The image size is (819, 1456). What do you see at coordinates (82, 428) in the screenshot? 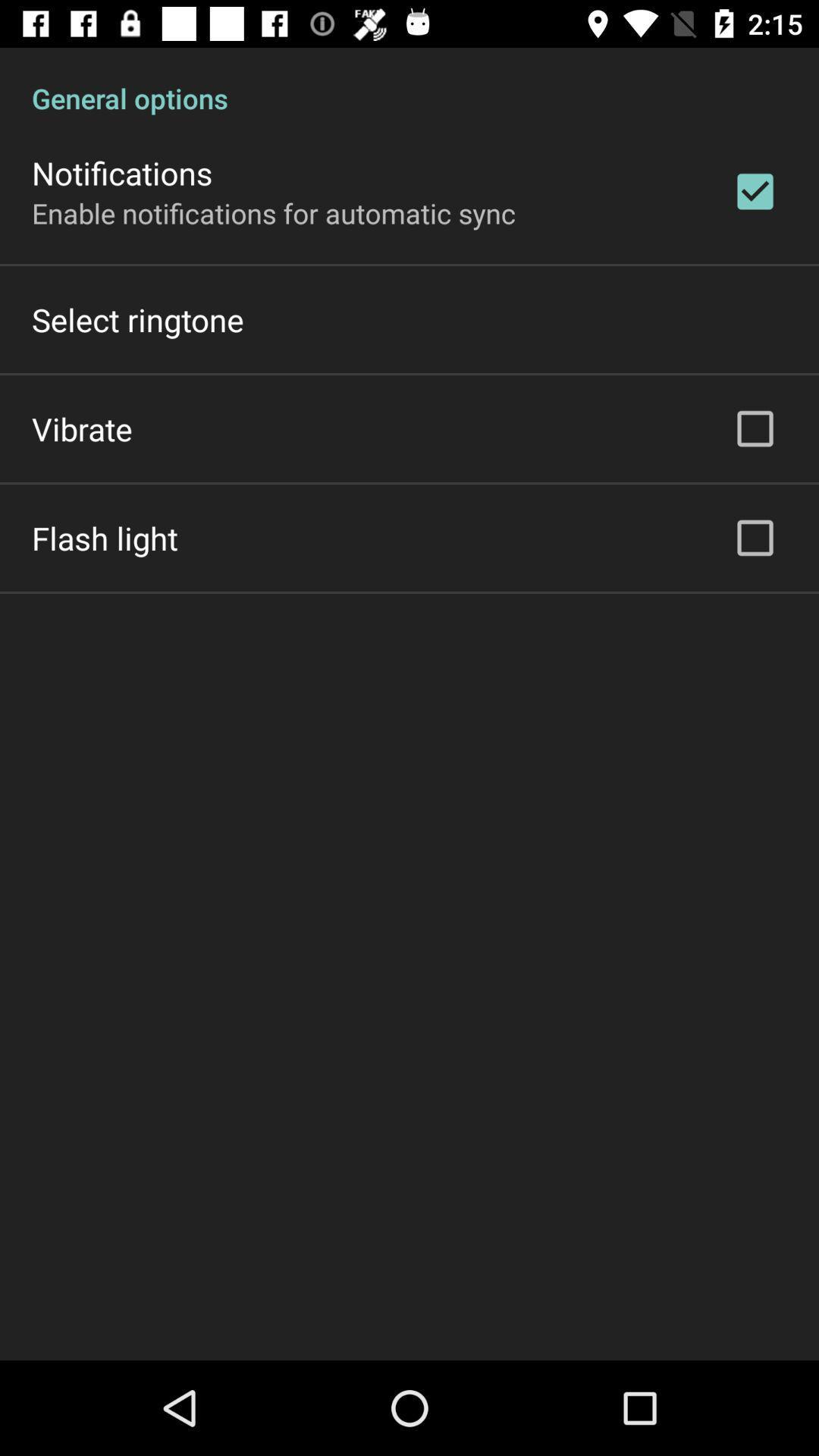
I see `the vibrate item` at bounding box center [82, 428].